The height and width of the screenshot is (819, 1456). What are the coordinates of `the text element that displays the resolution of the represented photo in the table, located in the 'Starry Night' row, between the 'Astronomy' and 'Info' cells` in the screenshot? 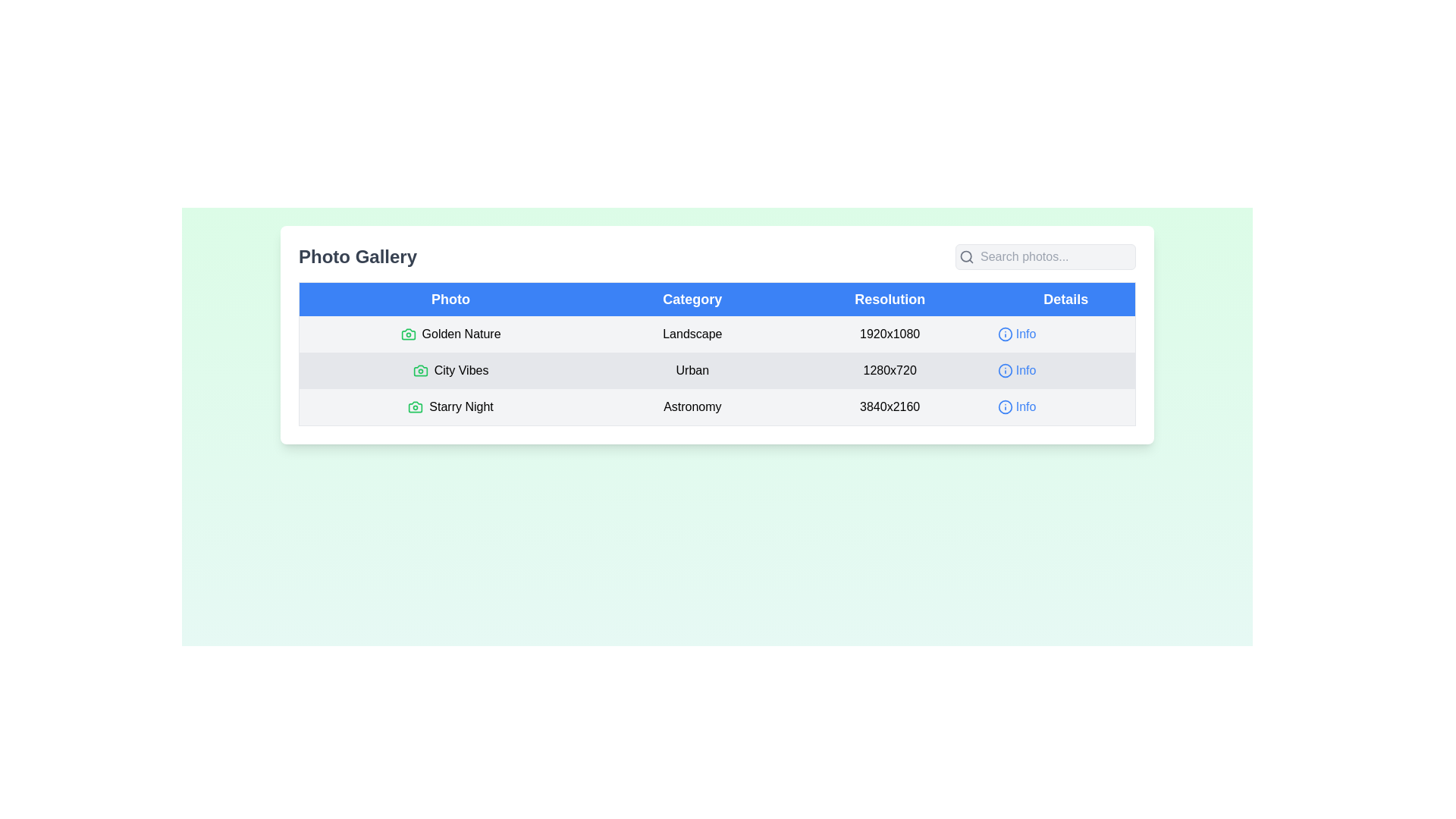 It's located at (890, 406).